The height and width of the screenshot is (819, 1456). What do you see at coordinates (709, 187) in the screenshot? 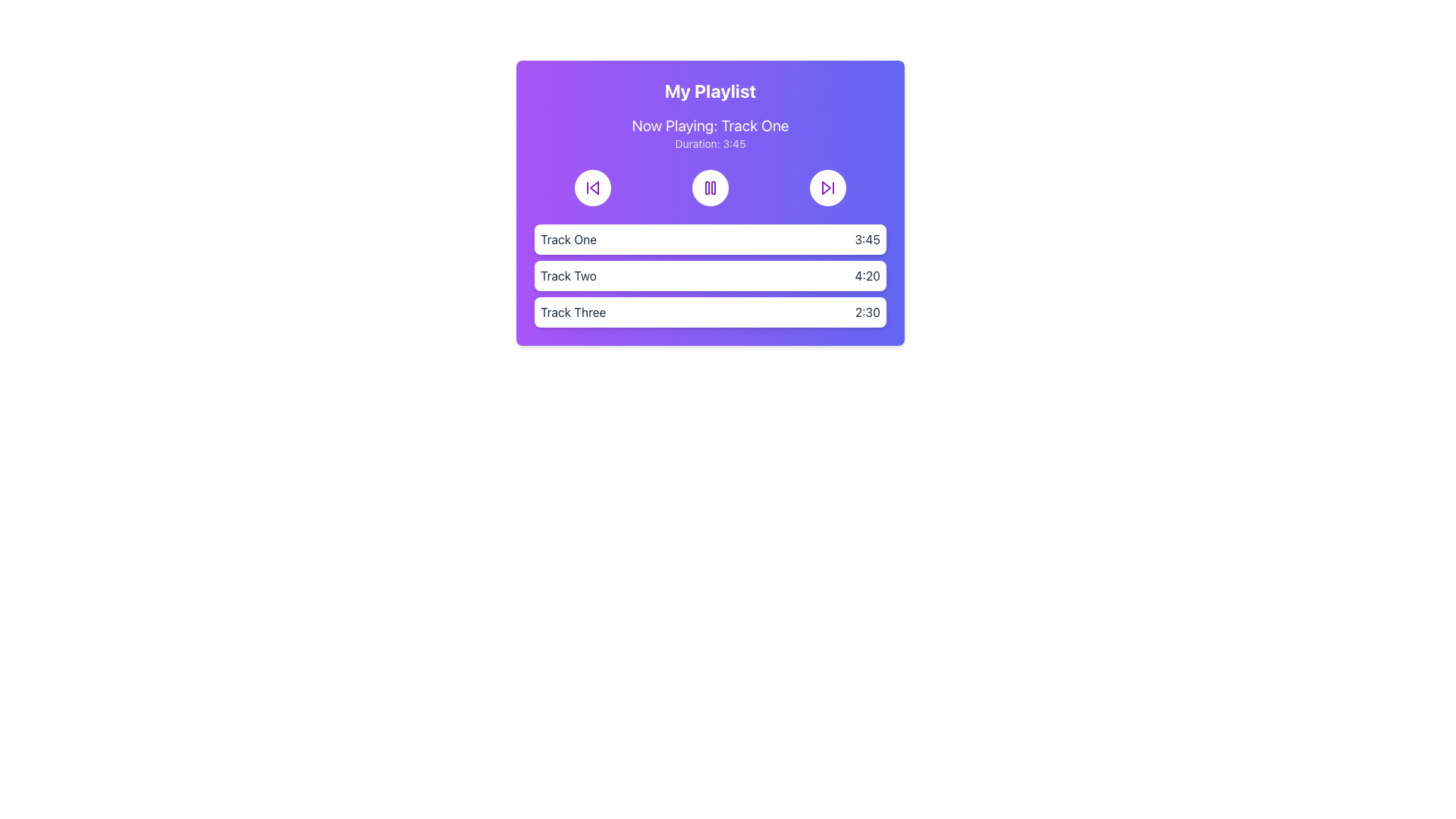
I see `the 'pause' button, which is the second circular button in a row of three` at bounding box center [709, 187].